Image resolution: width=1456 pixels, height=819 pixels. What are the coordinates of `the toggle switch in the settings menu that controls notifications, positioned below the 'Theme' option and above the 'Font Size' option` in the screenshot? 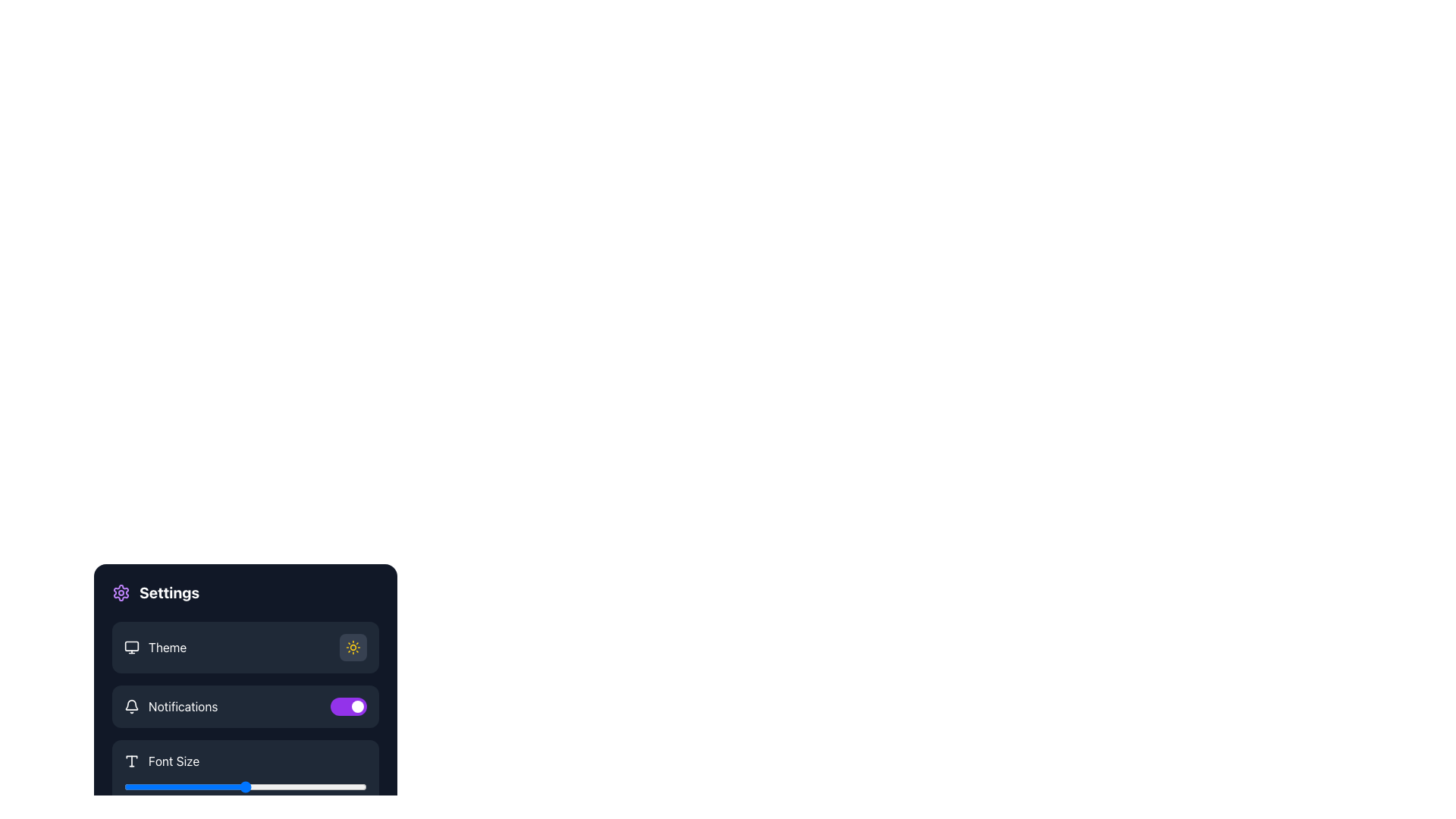 It's located at (246, 707).